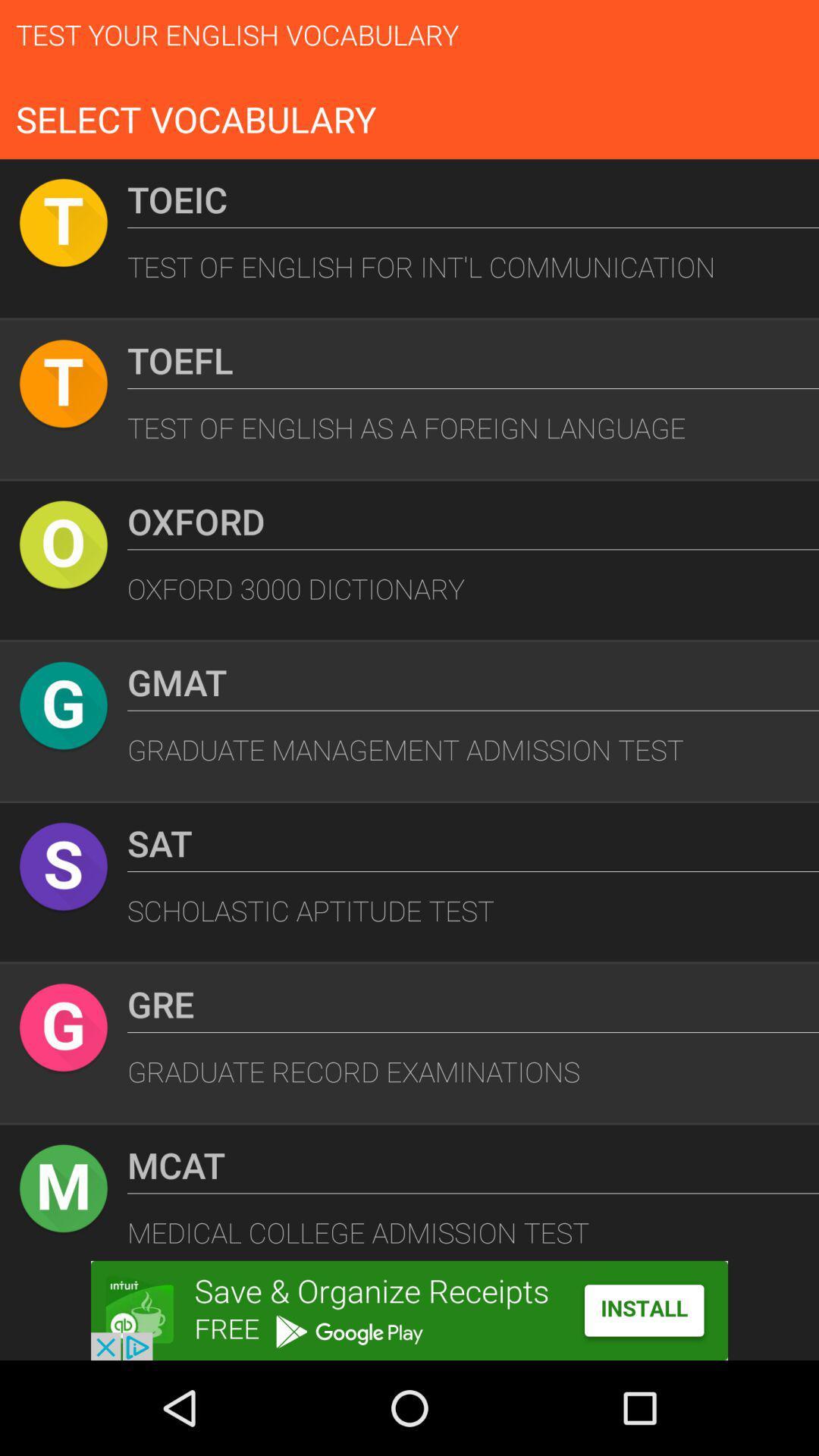 The image size is (819, 1456). Describe the element at coordinates (409, 1310) in the screenshot. I see `advertisement banner` at that location.